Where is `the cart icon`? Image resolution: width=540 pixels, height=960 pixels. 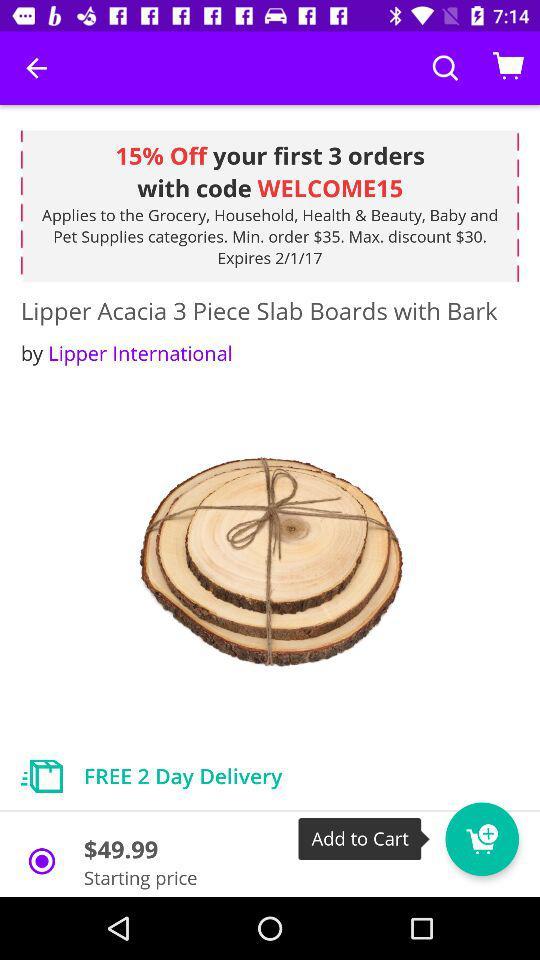 the cart icon is located at coordinates (481, 839).